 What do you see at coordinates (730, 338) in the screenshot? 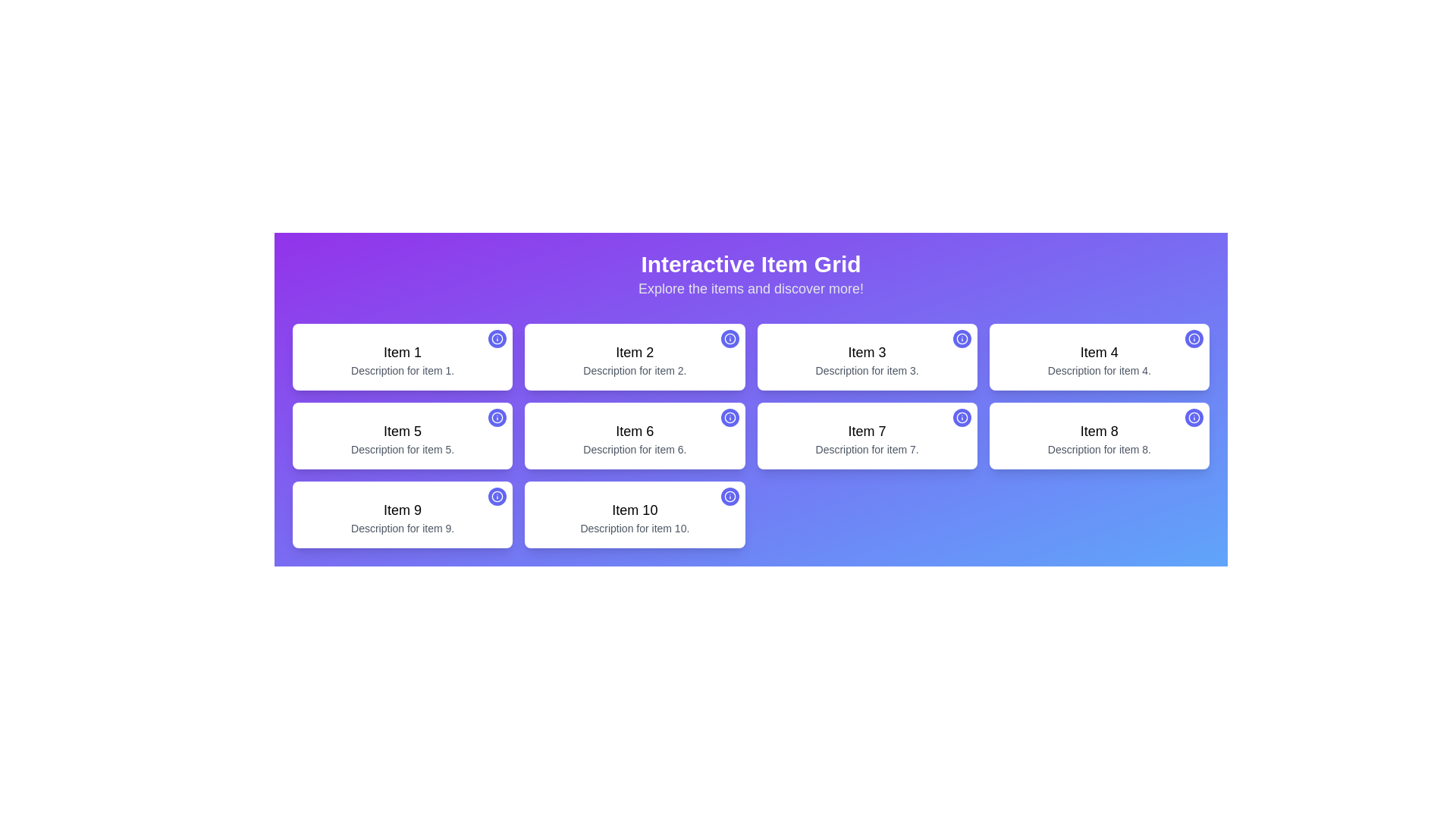
I see `the prominent circular button with a white info icon at the top-right corner of the 'Item 2' card` at bounding box center [730, 338].